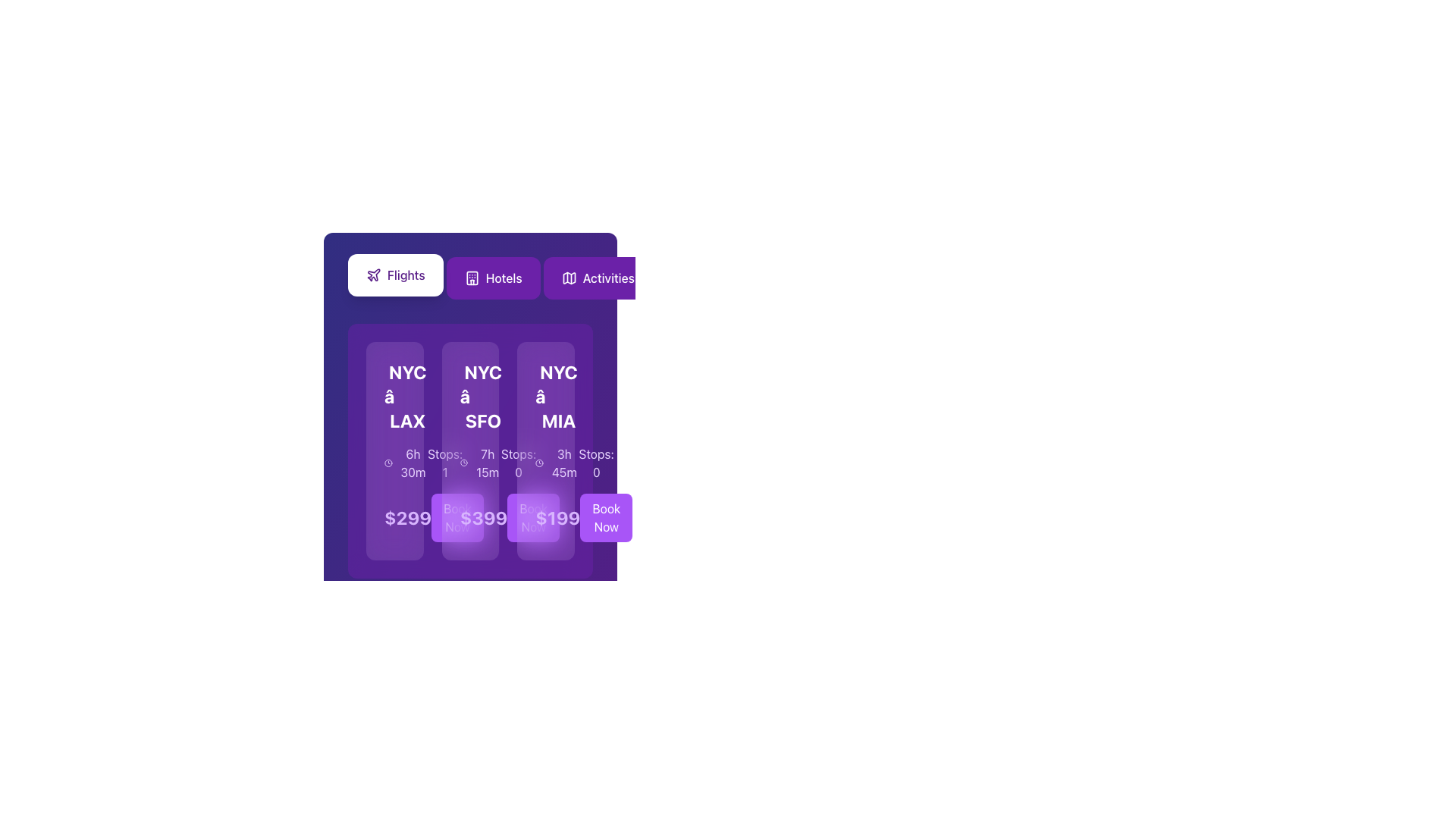 The height and width of the screenshot is (819, 1456). Describe the element at coordinates (457, 516) in the screenshot. I see `the 'Book Now' button with a purple background to enable keyboard interaction` at that location.